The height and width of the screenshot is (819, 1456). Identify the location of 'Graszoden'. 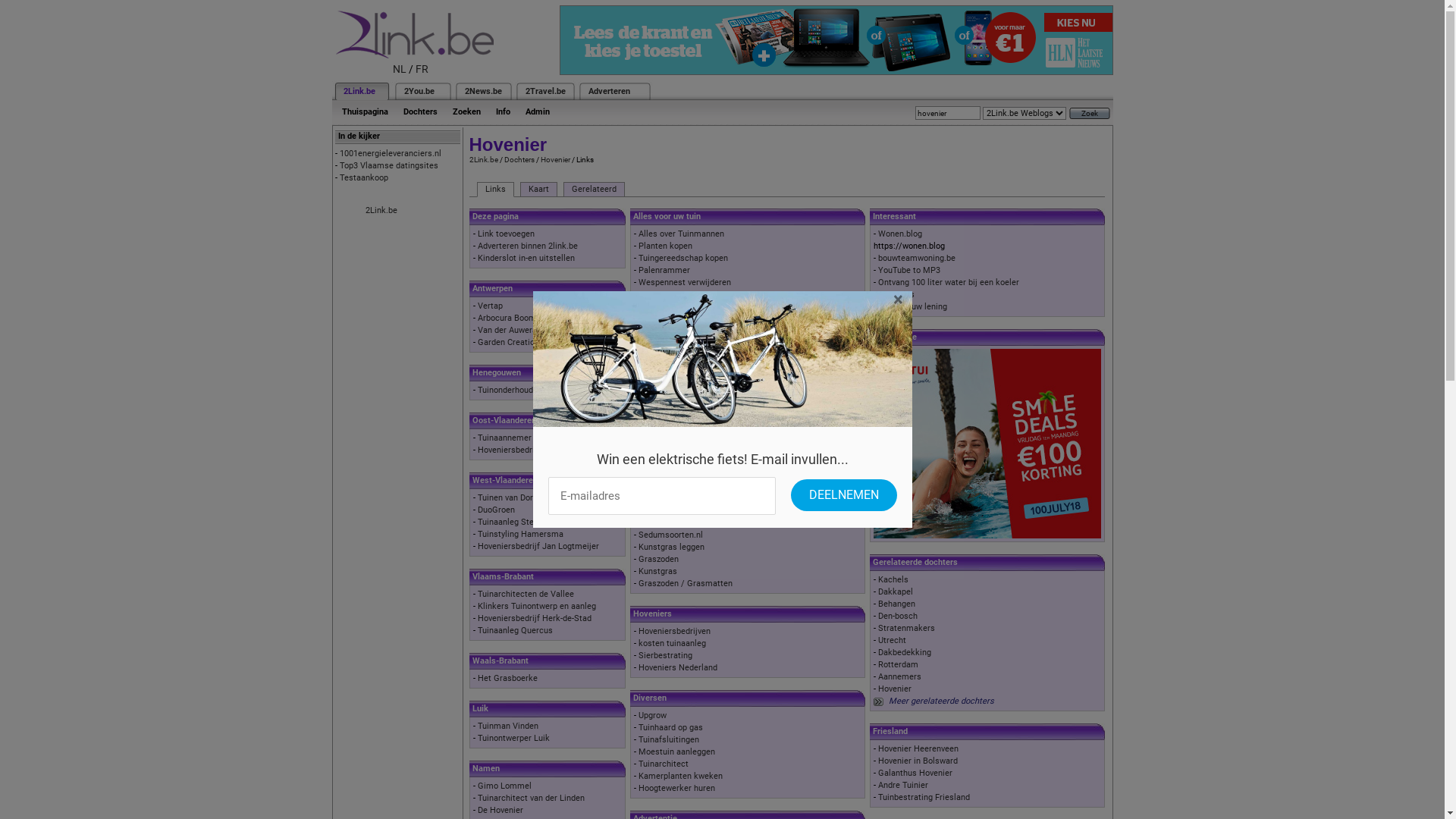
(638, 559).